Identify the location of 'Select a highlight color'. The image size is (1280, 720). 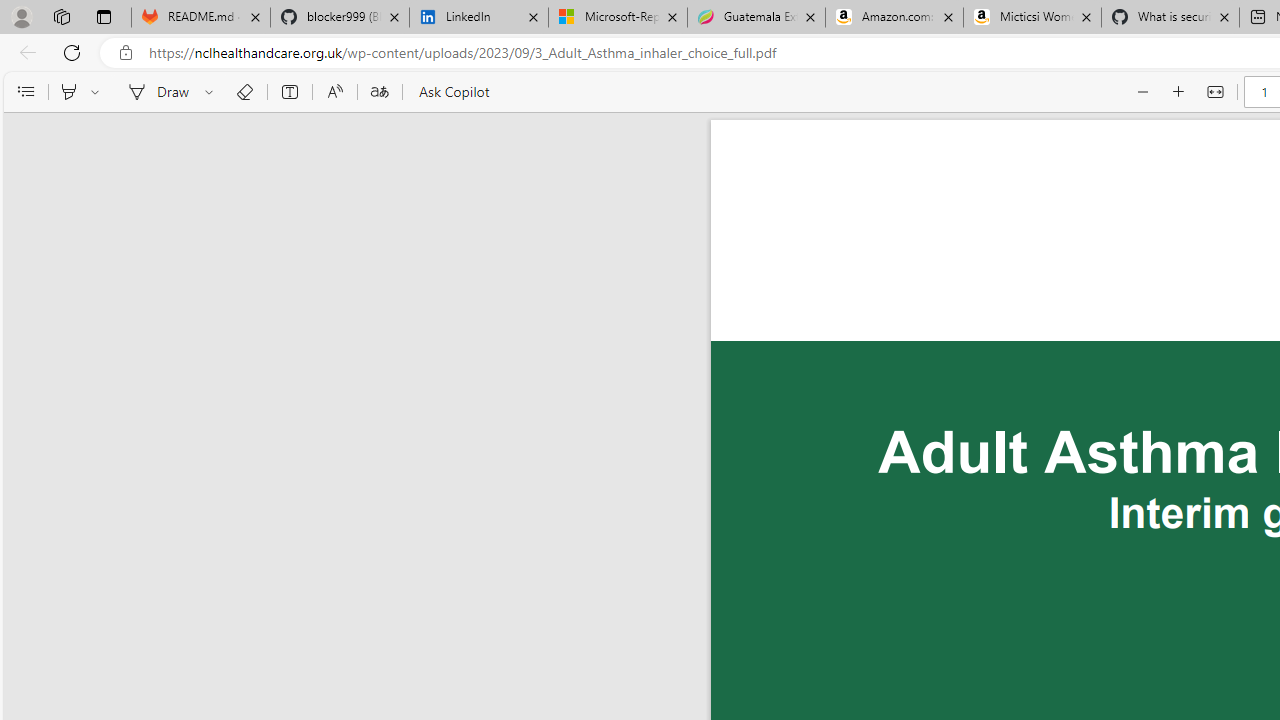
(97, 92).